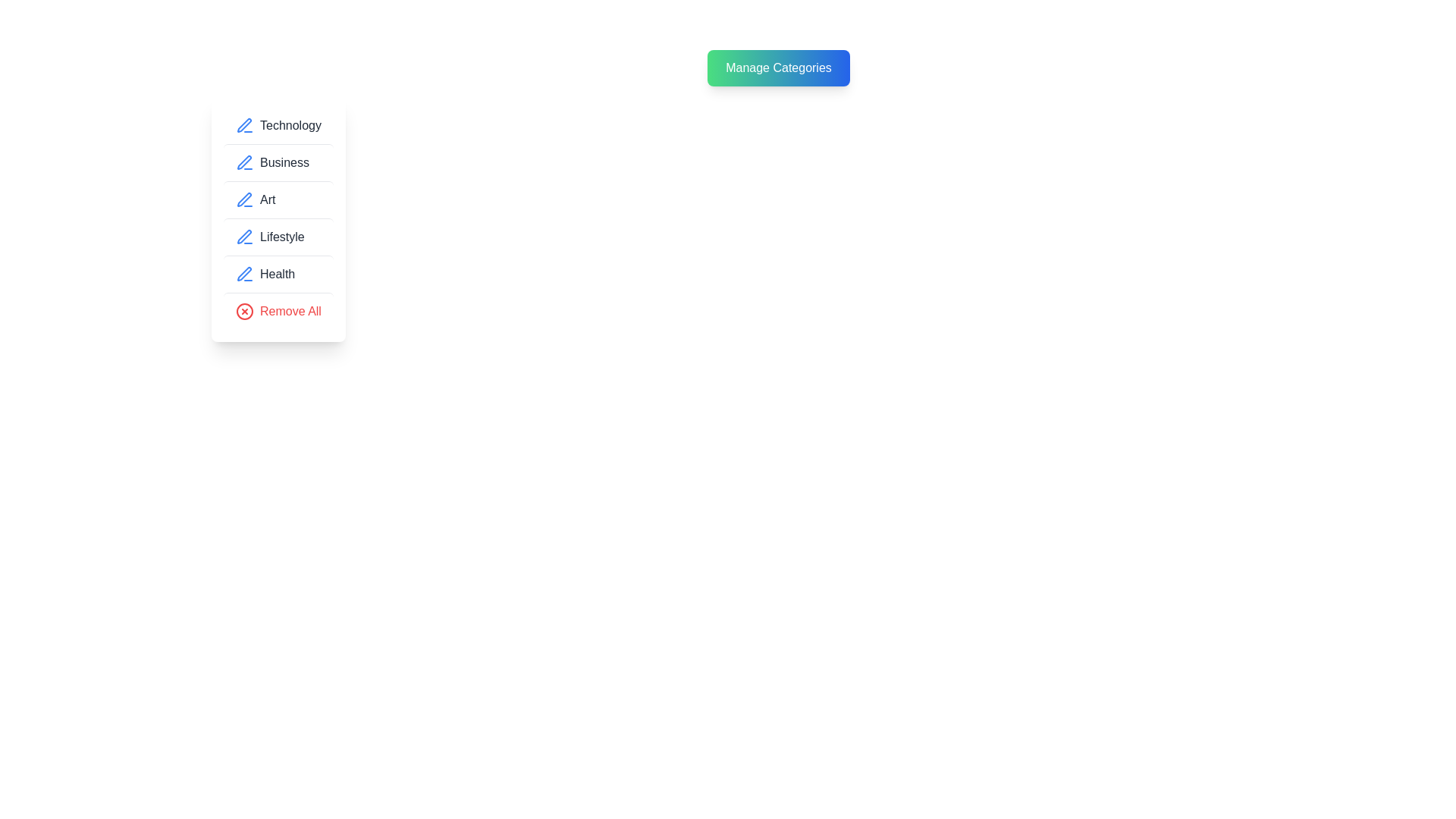 This screenshot has width=1456, height=819. I want to click on the 'Manage Categories' button to toggle the category menu, so click(779, 67).